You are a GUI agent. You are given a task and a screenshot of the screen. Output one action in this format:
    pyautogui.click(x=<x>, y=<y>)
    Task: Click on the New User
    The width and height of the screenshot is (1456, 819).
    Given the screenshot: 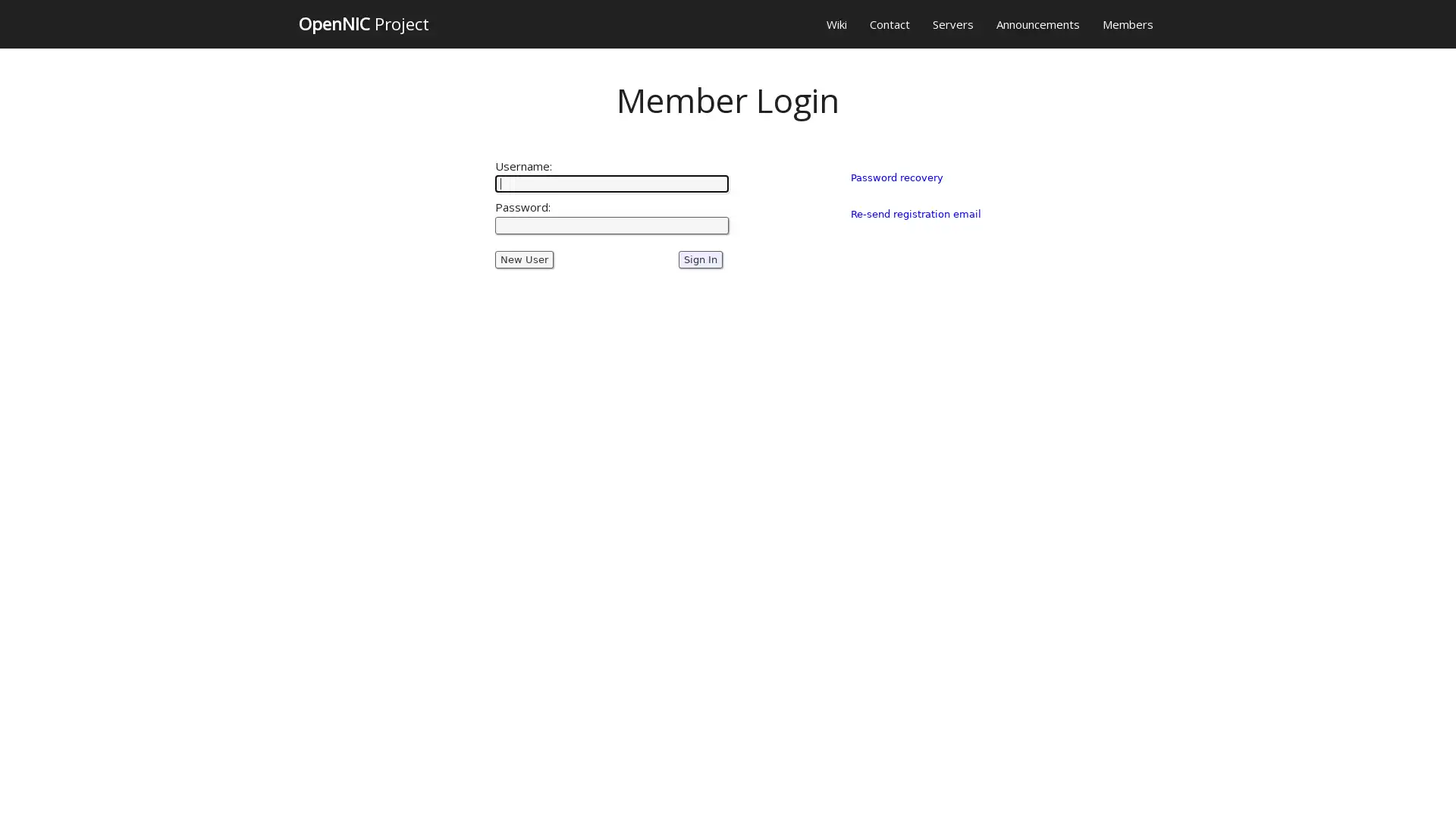 What is the action you would take?
    pyautogui.click(x=524, y=259)
    